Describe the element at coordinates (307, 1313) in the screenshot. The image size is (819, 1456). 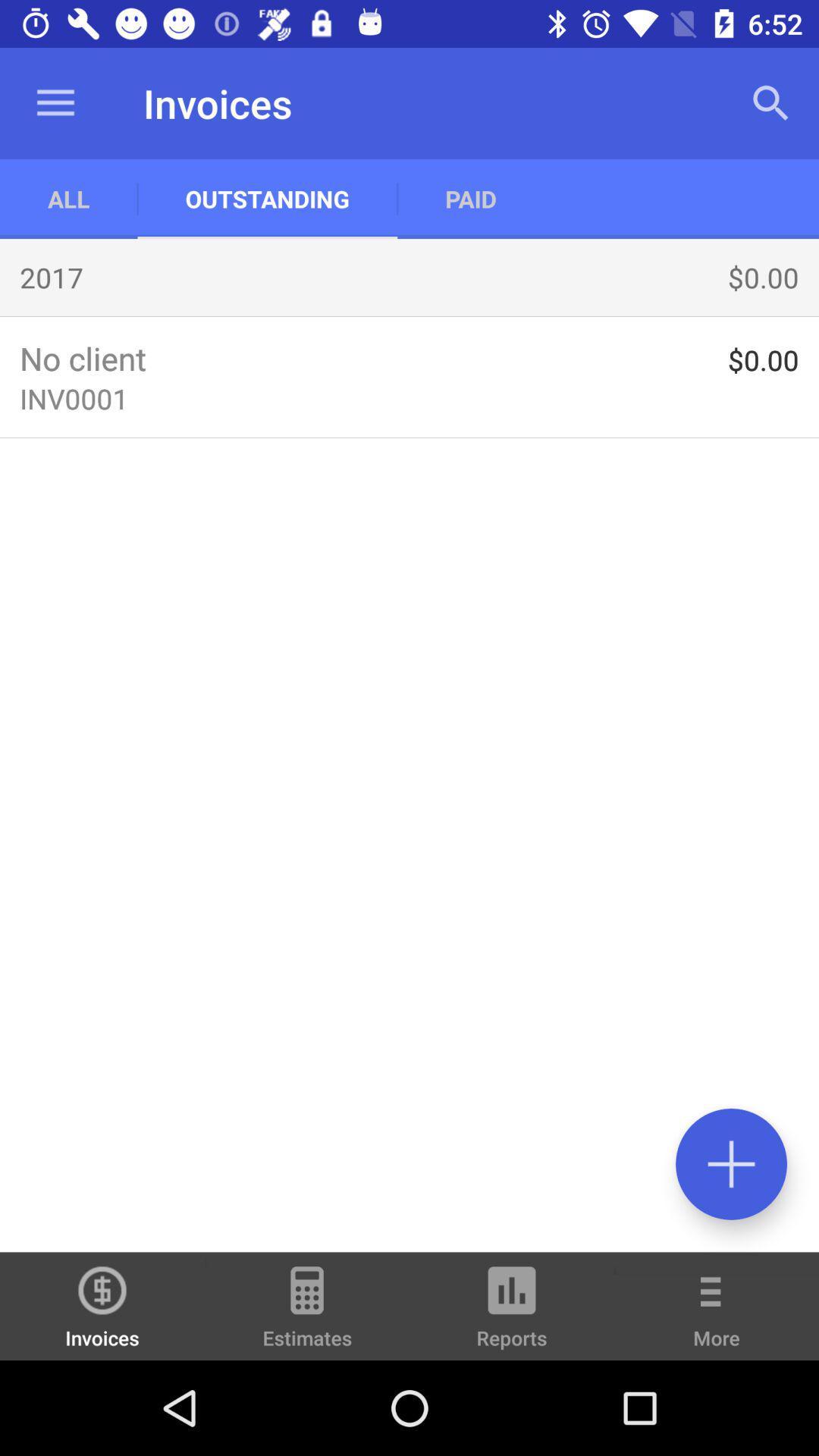
I see `the item to the left of the reports item` at that location.